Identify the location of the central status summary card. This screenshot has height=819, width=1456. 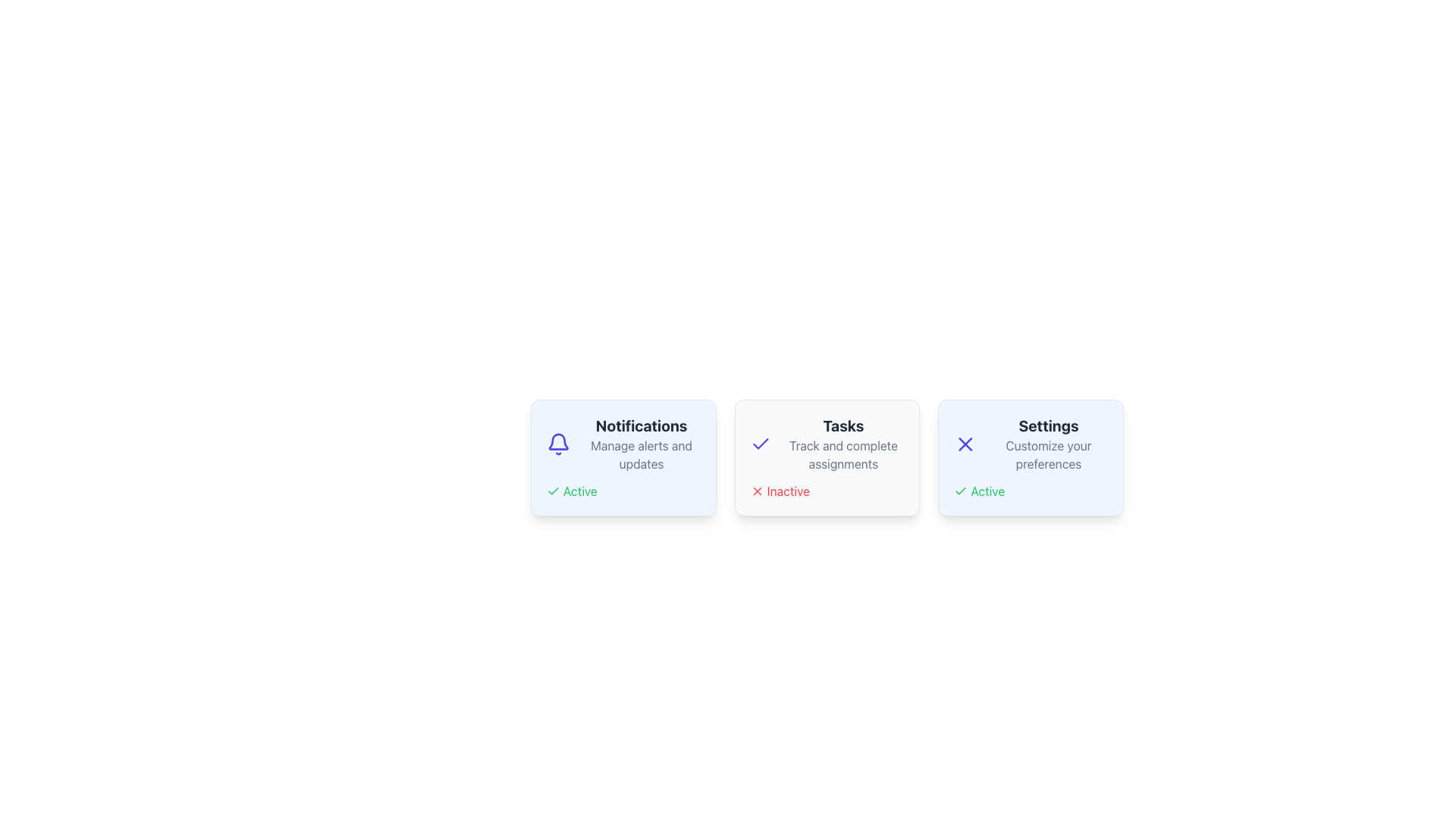
(826, 515).